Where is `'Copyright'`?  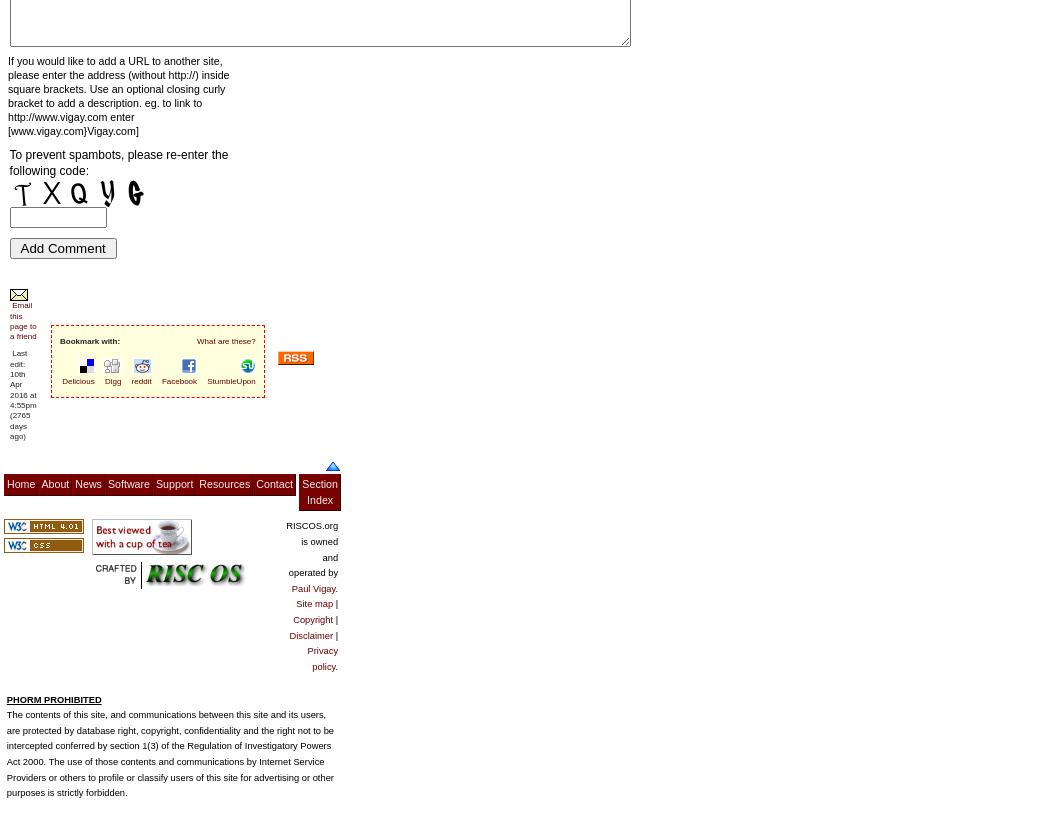
'Copyright' is located at coordinates (312, 618).